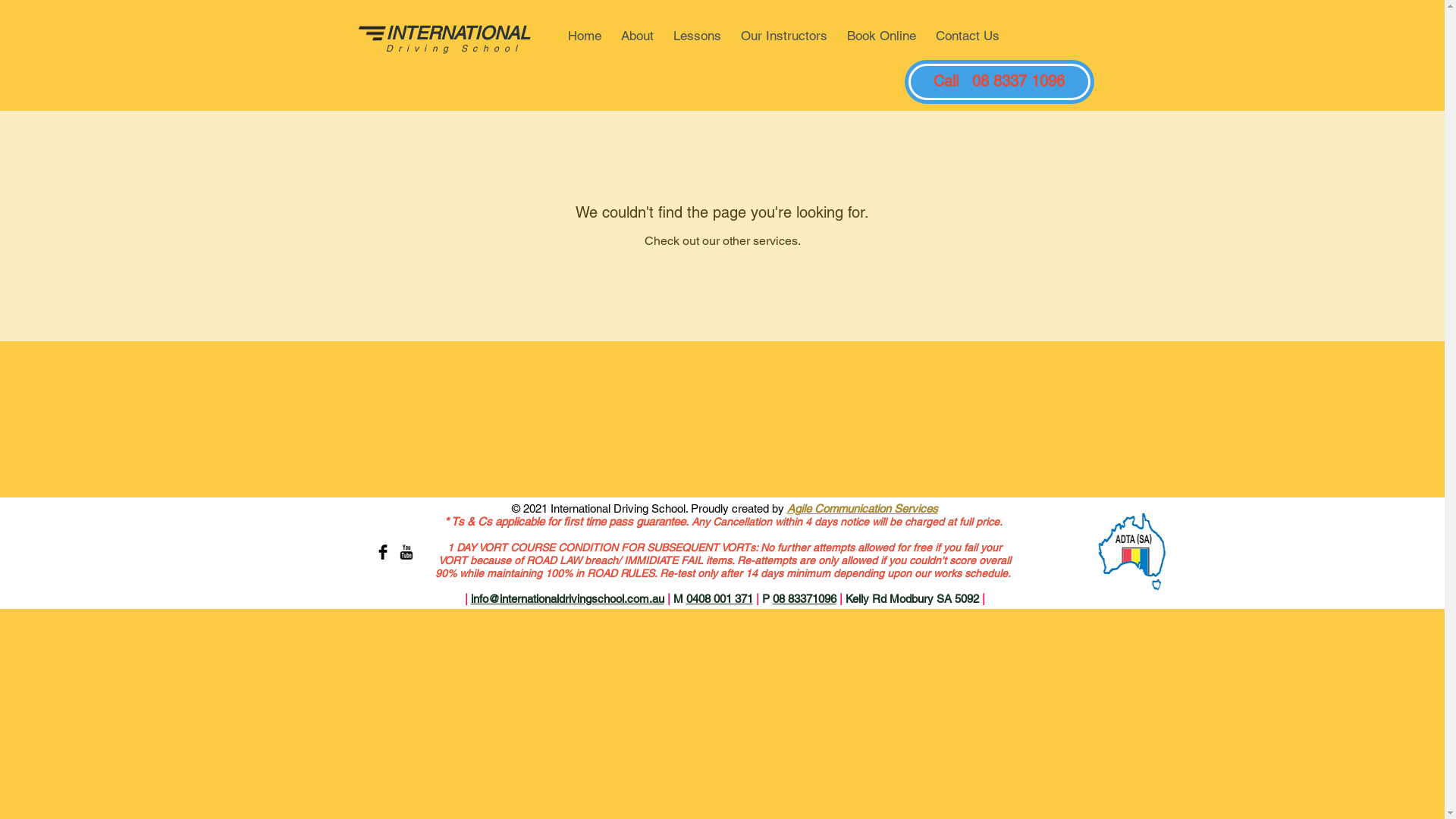 This screenshot has width=1456, height=819. I want to click on 'Driving School', so click(453, 48).